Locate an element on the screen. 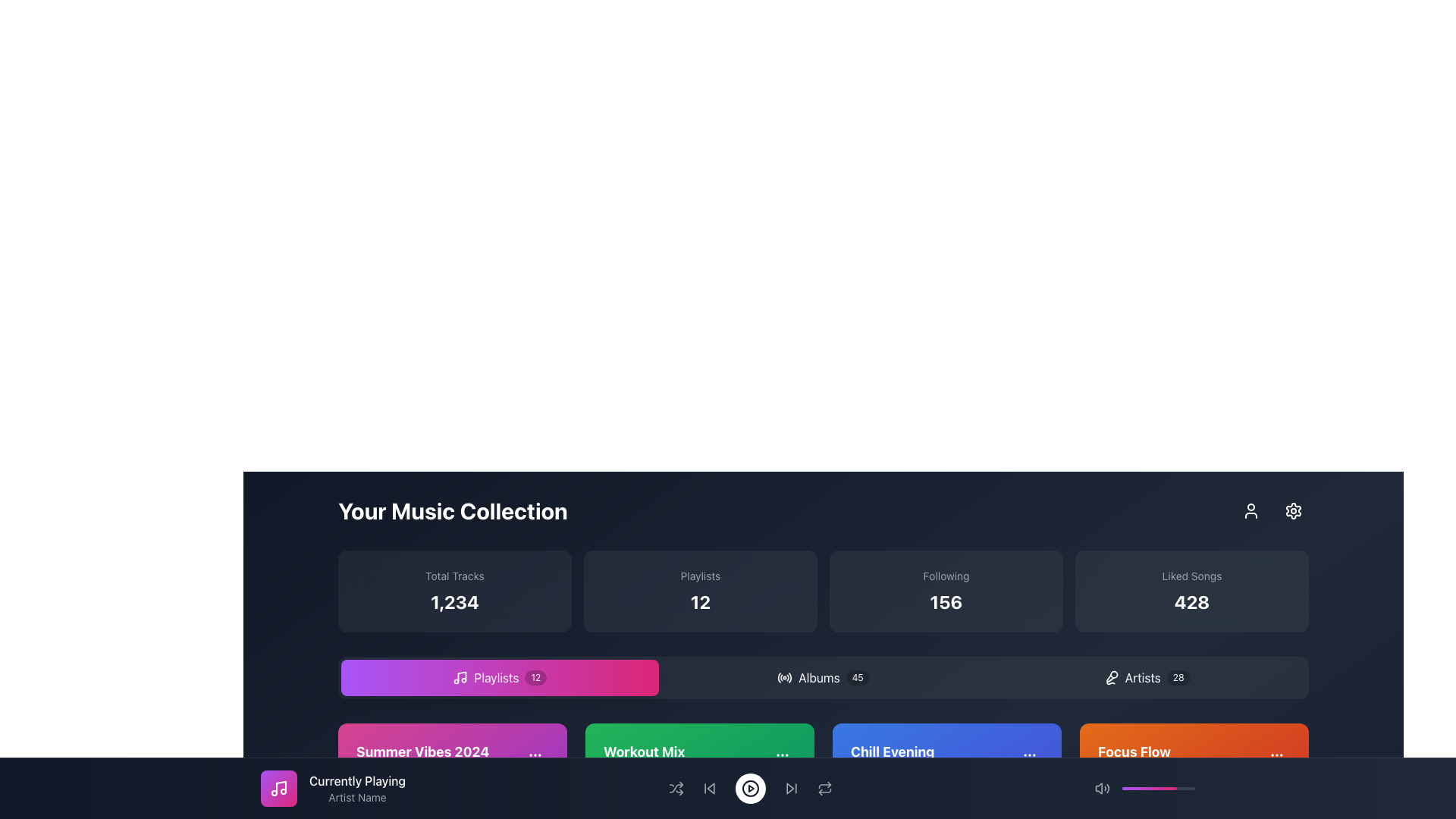  the Card displaying the total number of tracks, which is located in the first column of a 4-column layout, to the immediate left of the 'Playlists' card is located at coordinates (454, 590).